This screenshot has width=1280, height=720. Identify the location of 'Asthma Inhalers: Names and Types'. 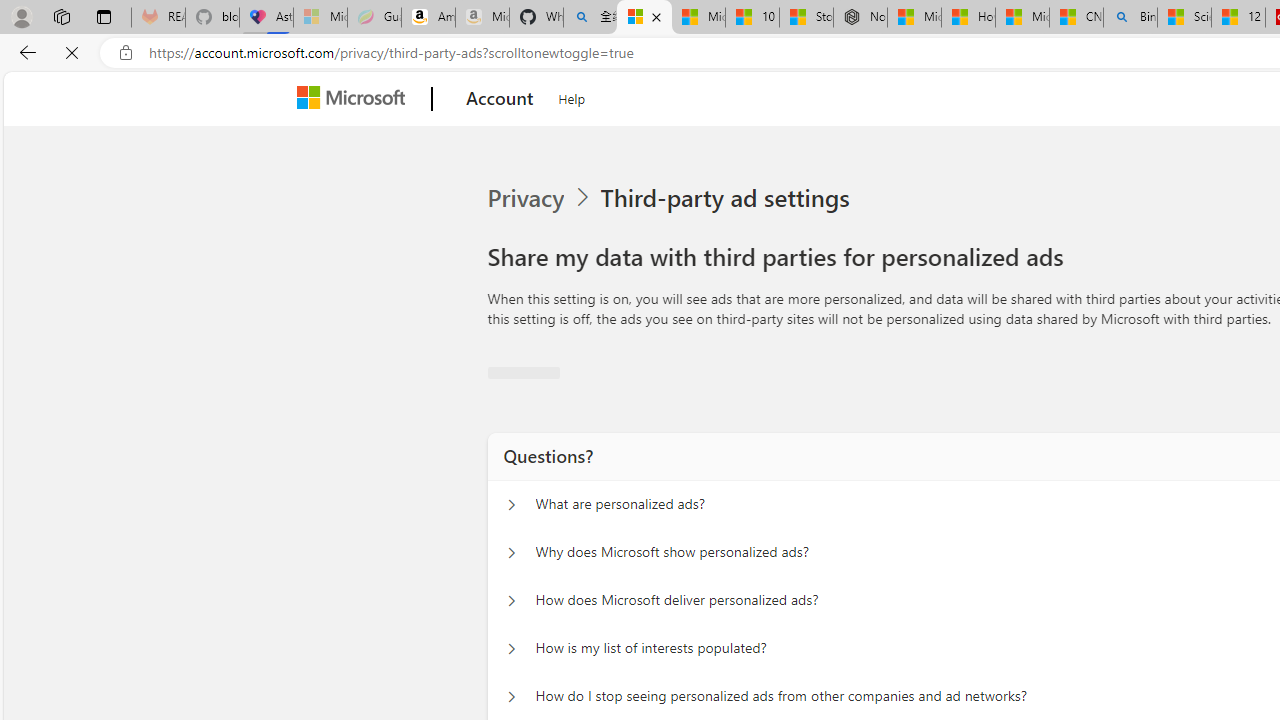
(265, 17).